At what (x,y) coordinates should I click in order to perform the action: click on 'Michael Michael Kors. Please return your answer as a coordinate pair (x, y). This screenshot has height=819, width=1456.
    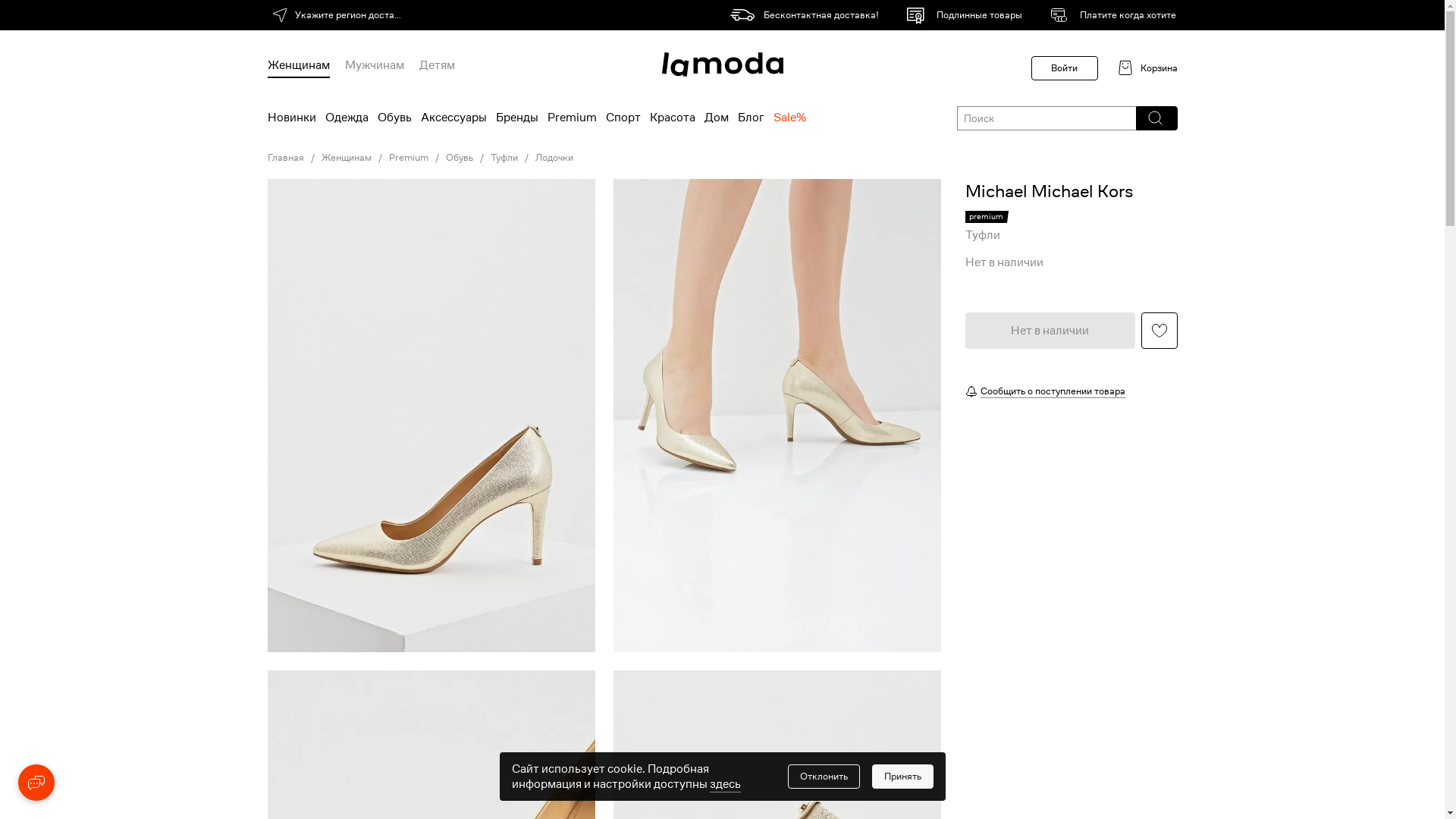
    Looking at the image, I should click on (1047, 202).